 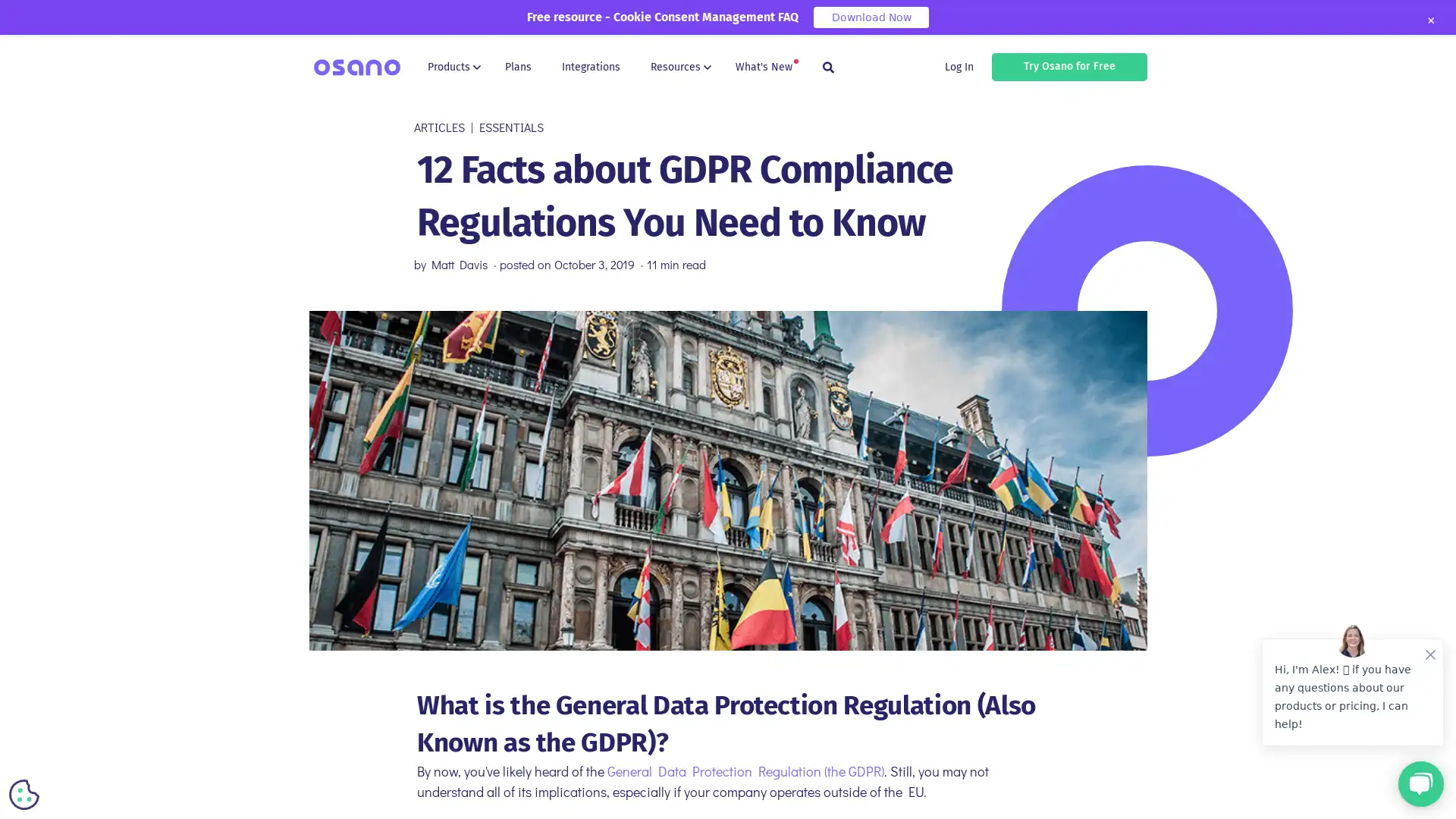 I want to click on Close, so click(x=1429, y=20).